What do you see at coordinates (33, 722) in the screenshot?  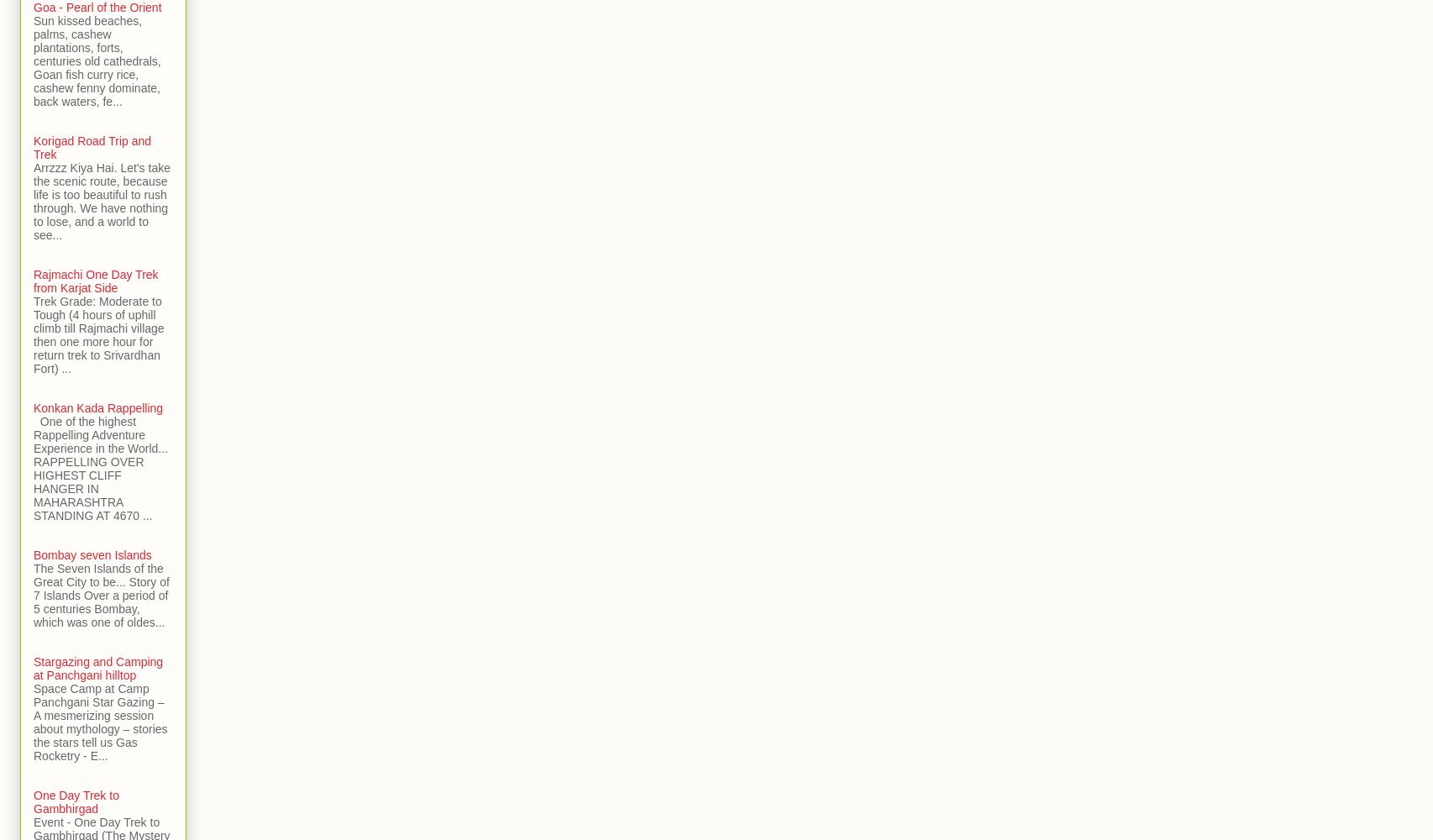 I see `'Space Camp at Camp Panchgani   Star Gazing – A mesmerizing session about mythology – stories the stars tell us           Gas Rocketry - E...'` at bounding box center [33, 722].